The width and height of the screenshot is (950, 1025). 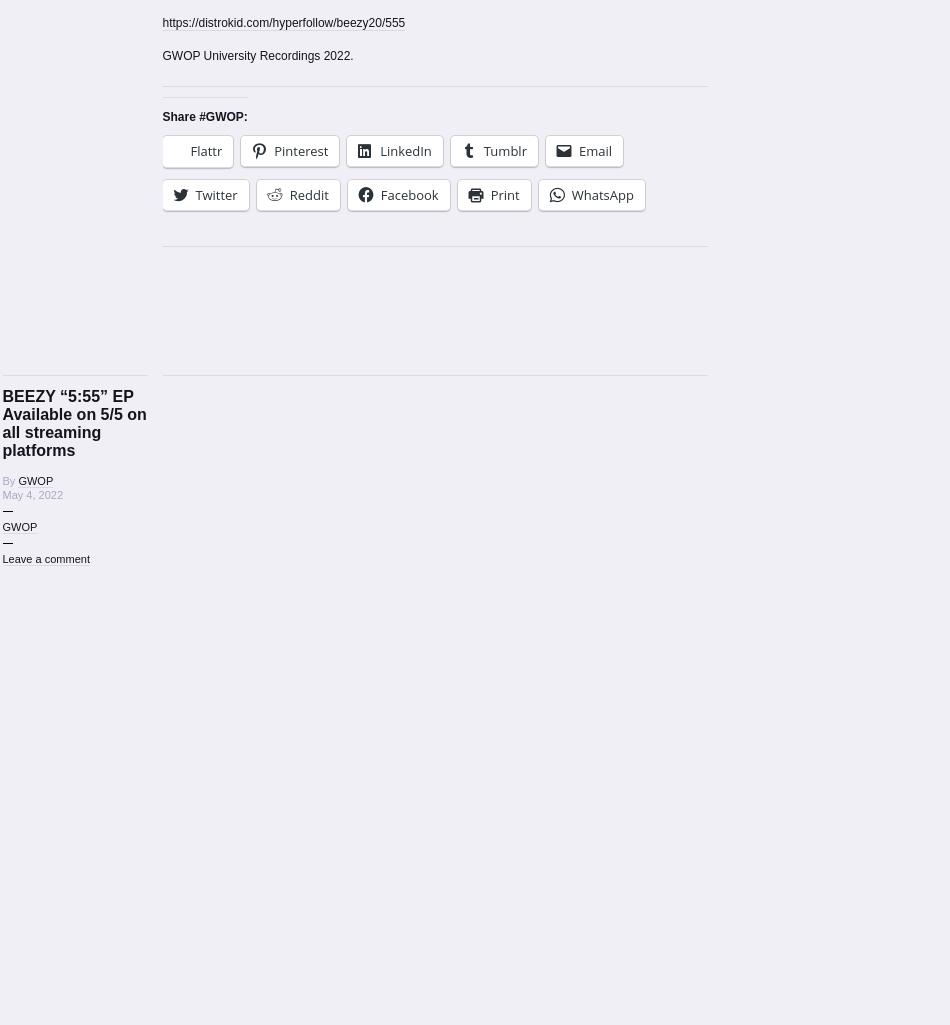 What do you see at coordinates (577, 149) in the screenshot?
I see `'Email'` at bounding box center [577, 149].